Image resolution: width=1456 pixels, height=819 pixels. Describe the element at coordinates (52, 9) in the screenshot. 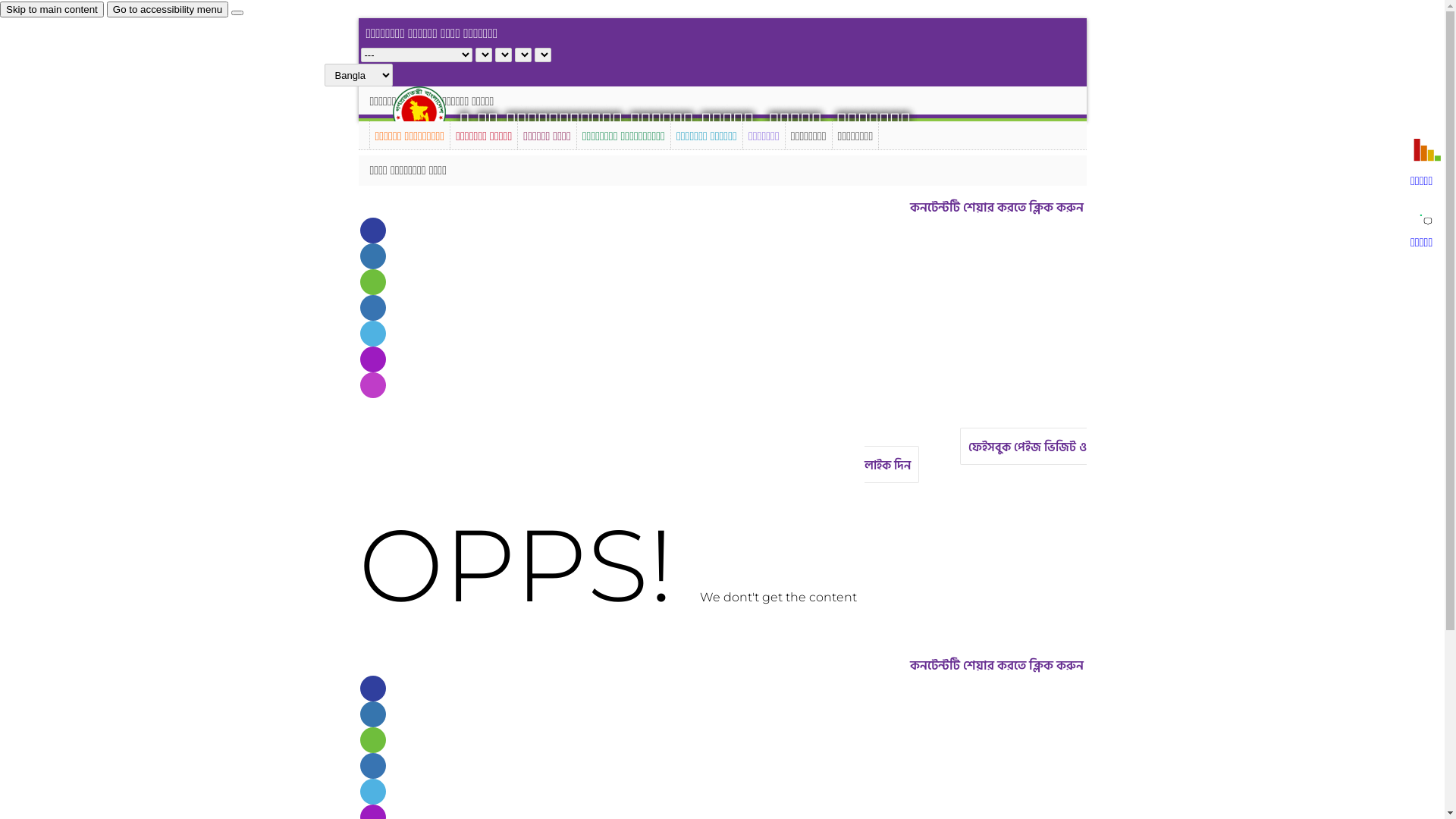

I see `'Skip to main content'` at that location.